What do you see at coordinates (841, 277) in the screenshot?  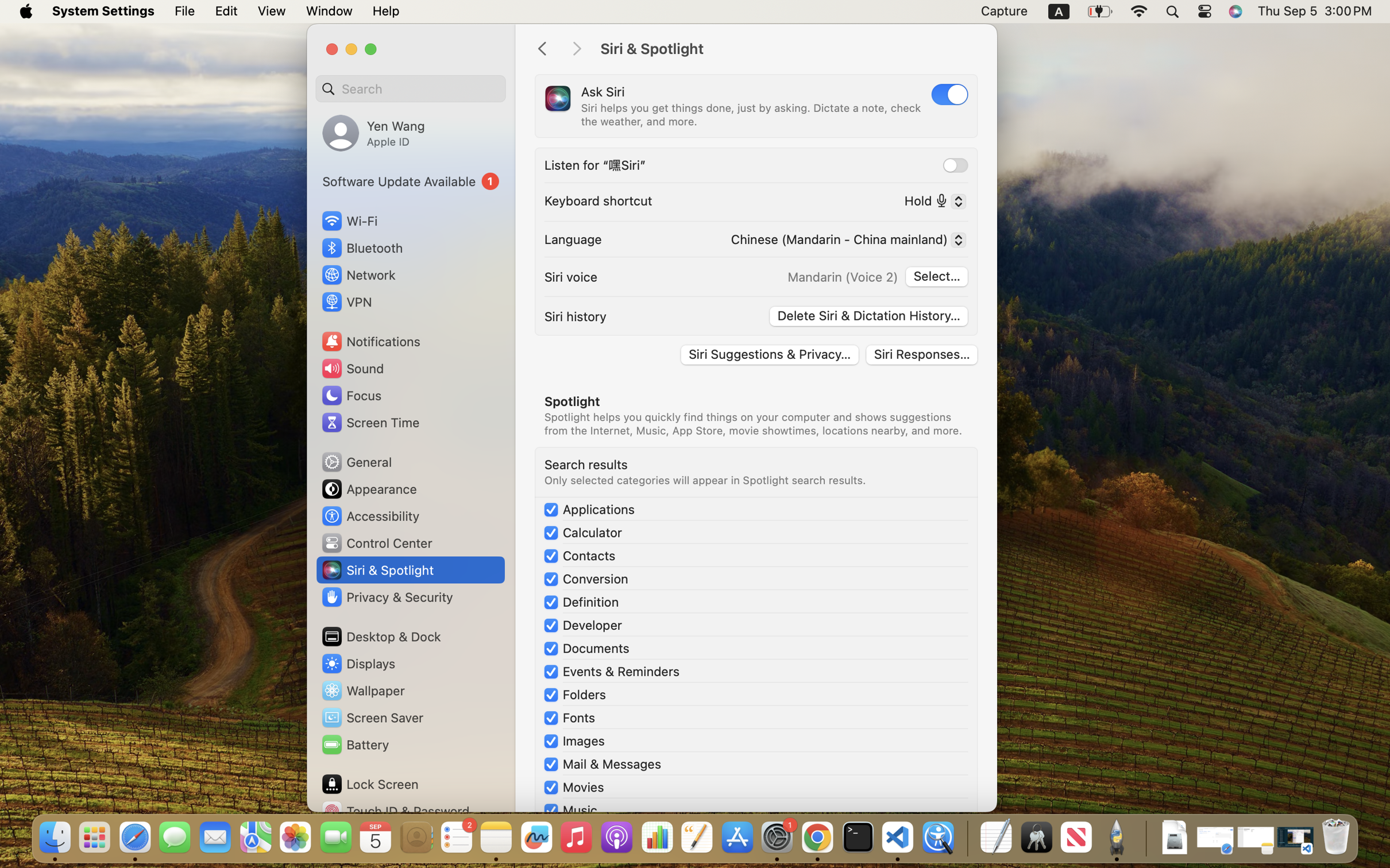 I see `'Mandarin (Voice 2)'` at bounding box center [841, 277].